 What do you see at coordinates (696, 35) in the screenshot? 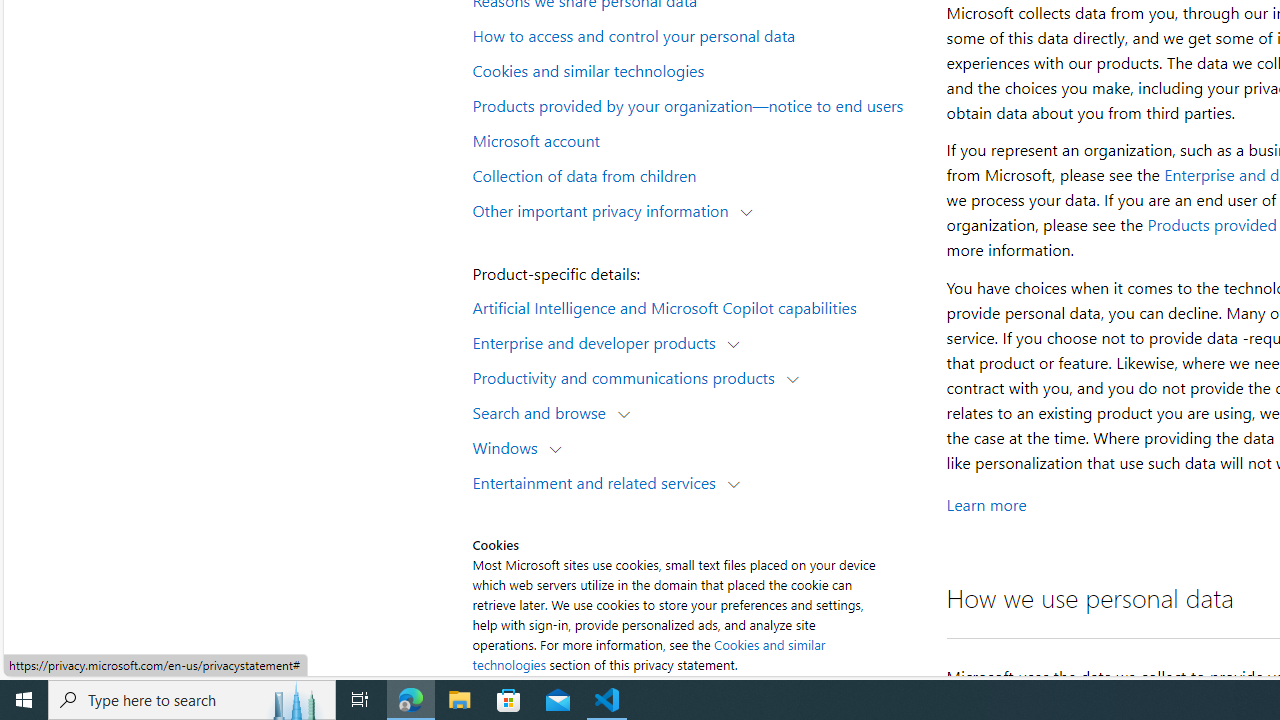
I see `'How to access and control your personal data'` at bounding box center [696, 35].